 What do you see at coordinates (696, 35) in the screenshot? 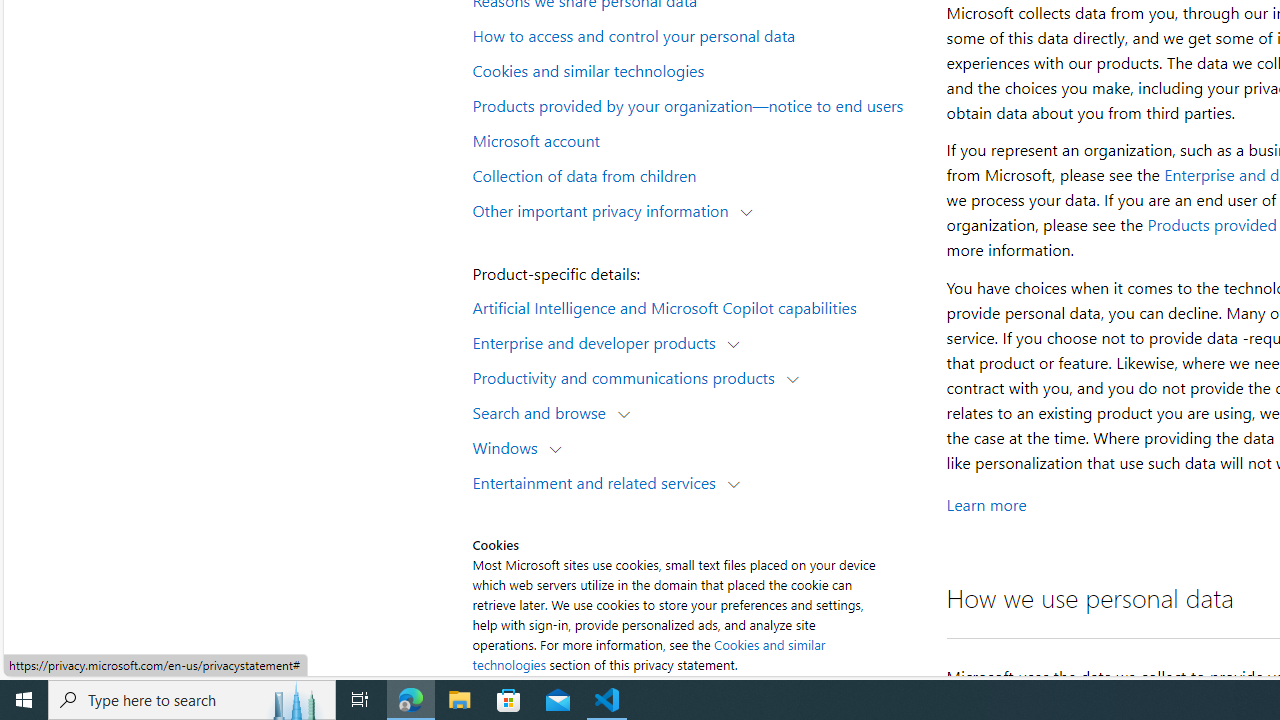
I see `'How to access and control your personal data'` at bounding box center [696, 35].